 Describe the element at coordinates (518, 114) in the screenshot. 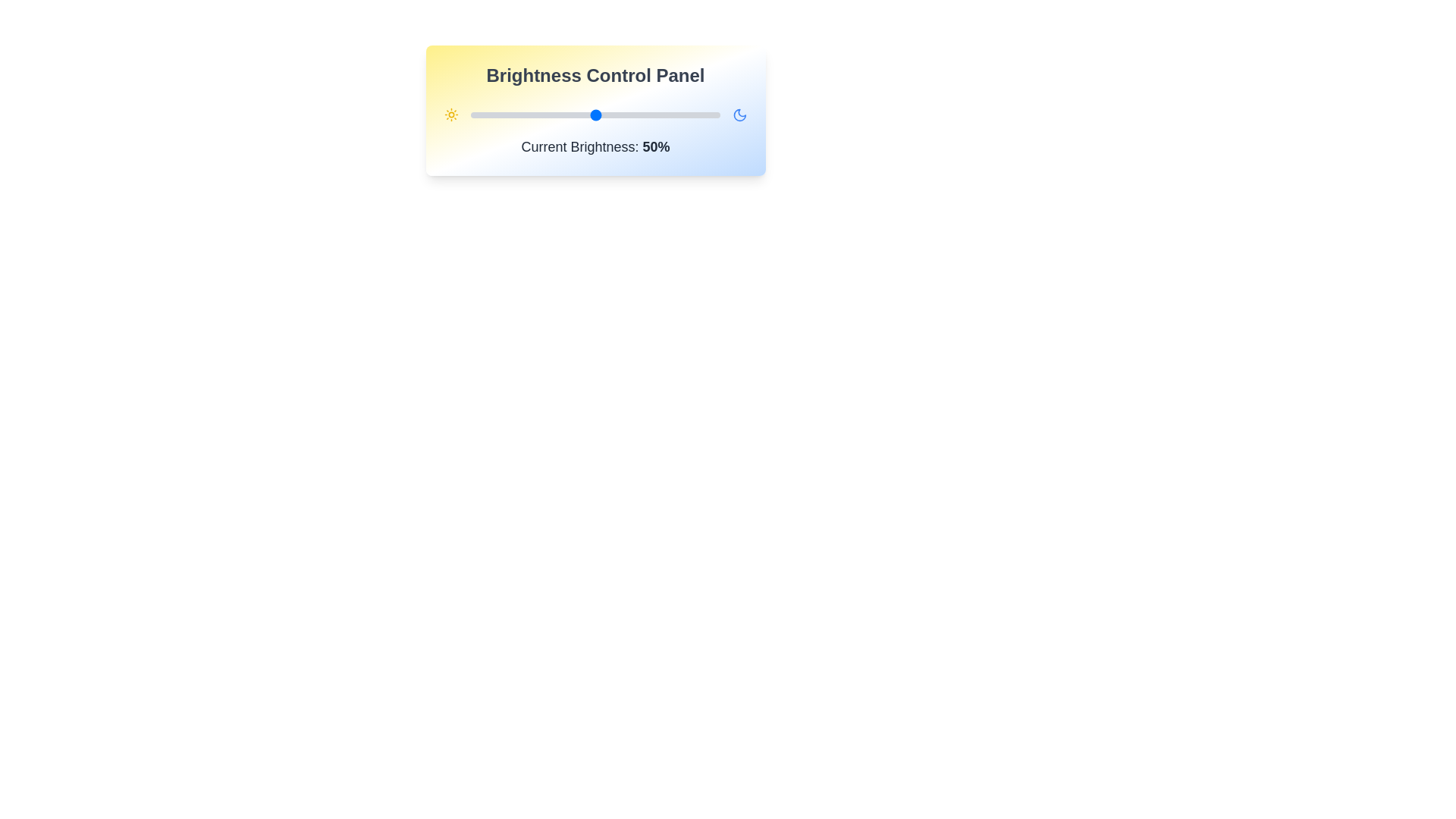

I see `the brightness` at that location.